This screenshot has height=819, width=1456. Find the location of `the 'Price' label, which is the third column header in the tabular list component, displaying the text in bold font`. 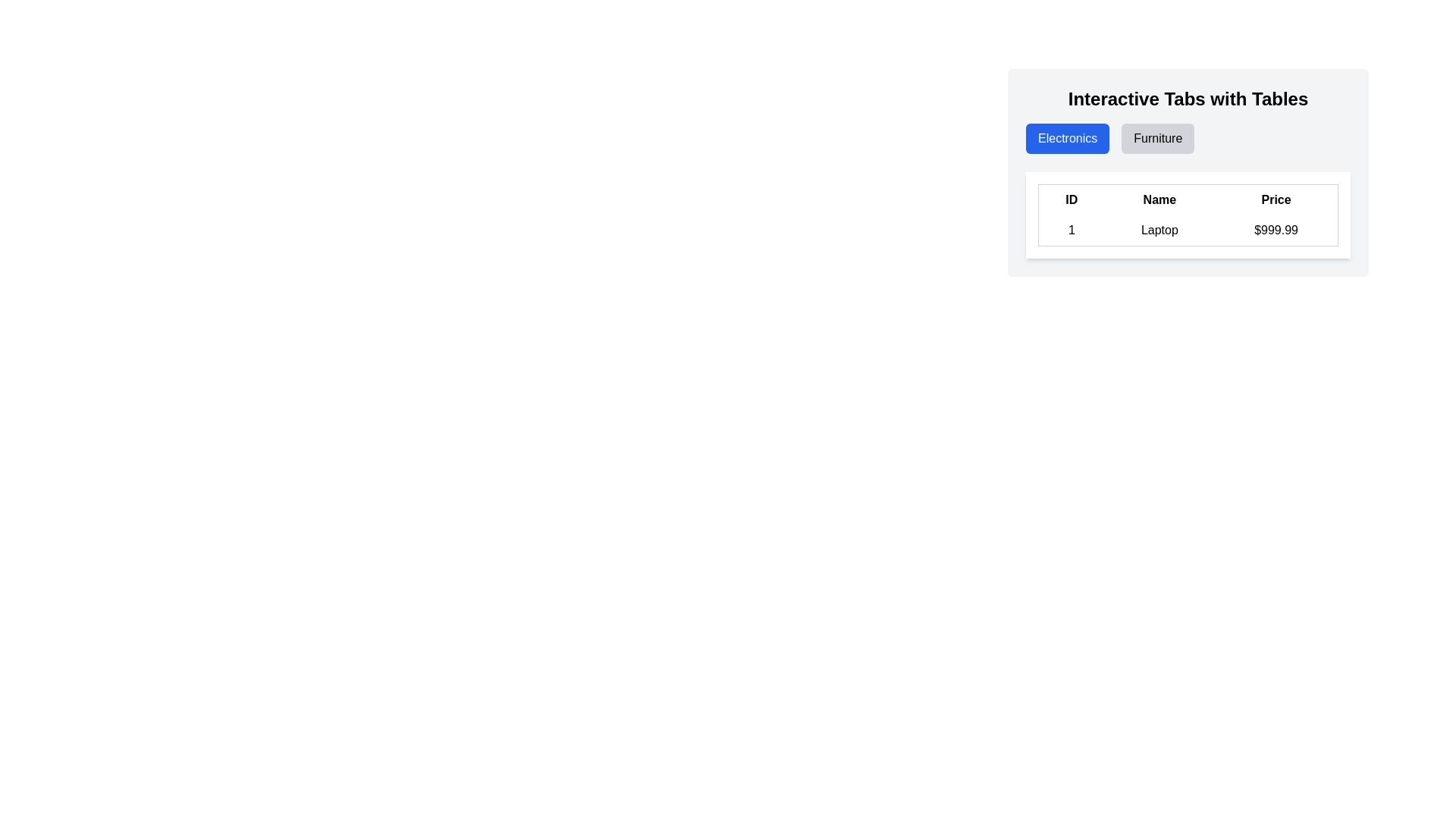

the 'Price' label, which is the third column header in the tabular list component, displaying the text in bold font is located at coordinates (1276, 199).